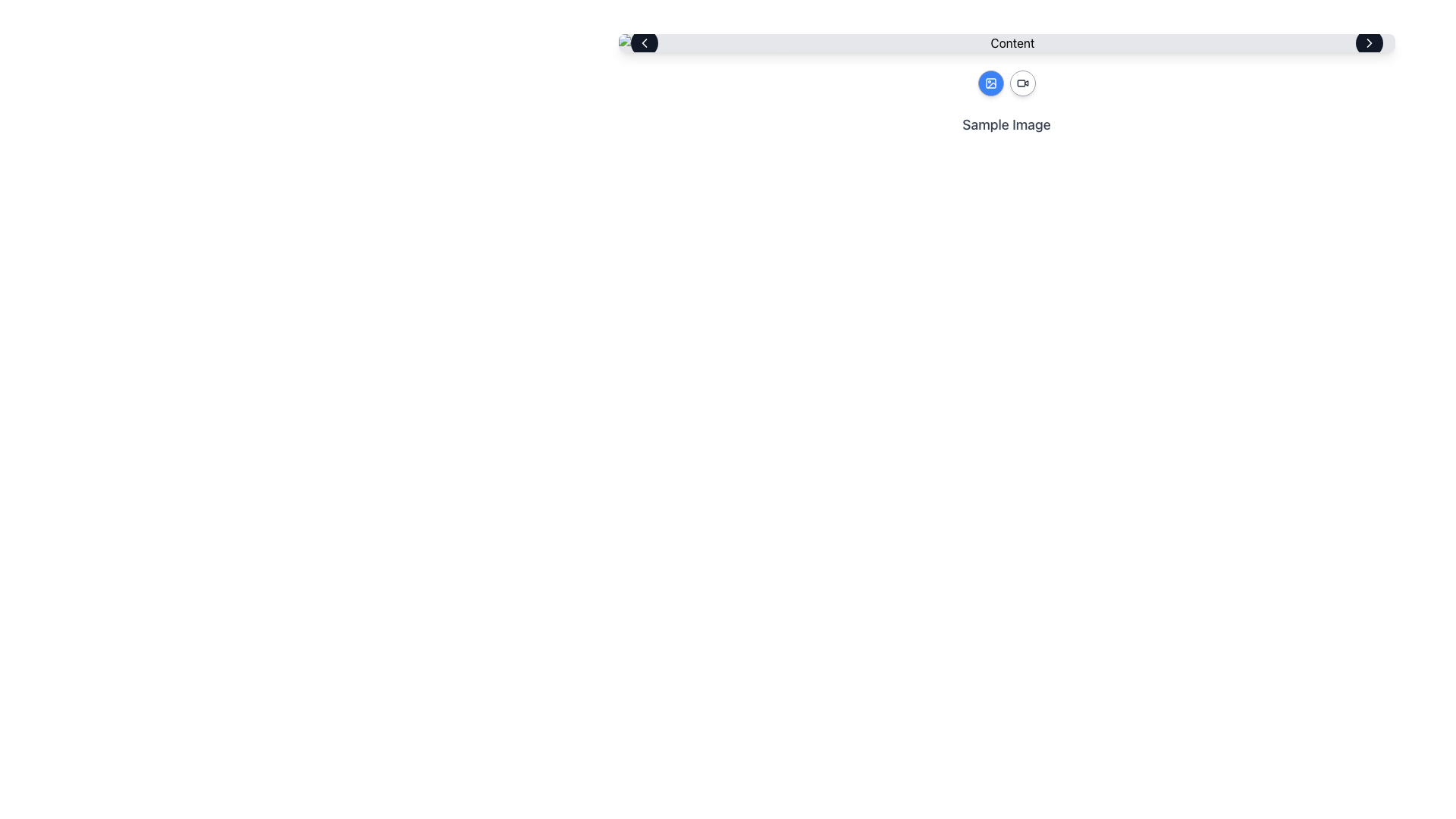 This screenshot has width=1456, height=819. What do you see at coordinates (644, 42) in the screenshot?
I see `the leftward-pointing chevron icon located at the left end of the top navigation bar` at bounding box center [644, 42].